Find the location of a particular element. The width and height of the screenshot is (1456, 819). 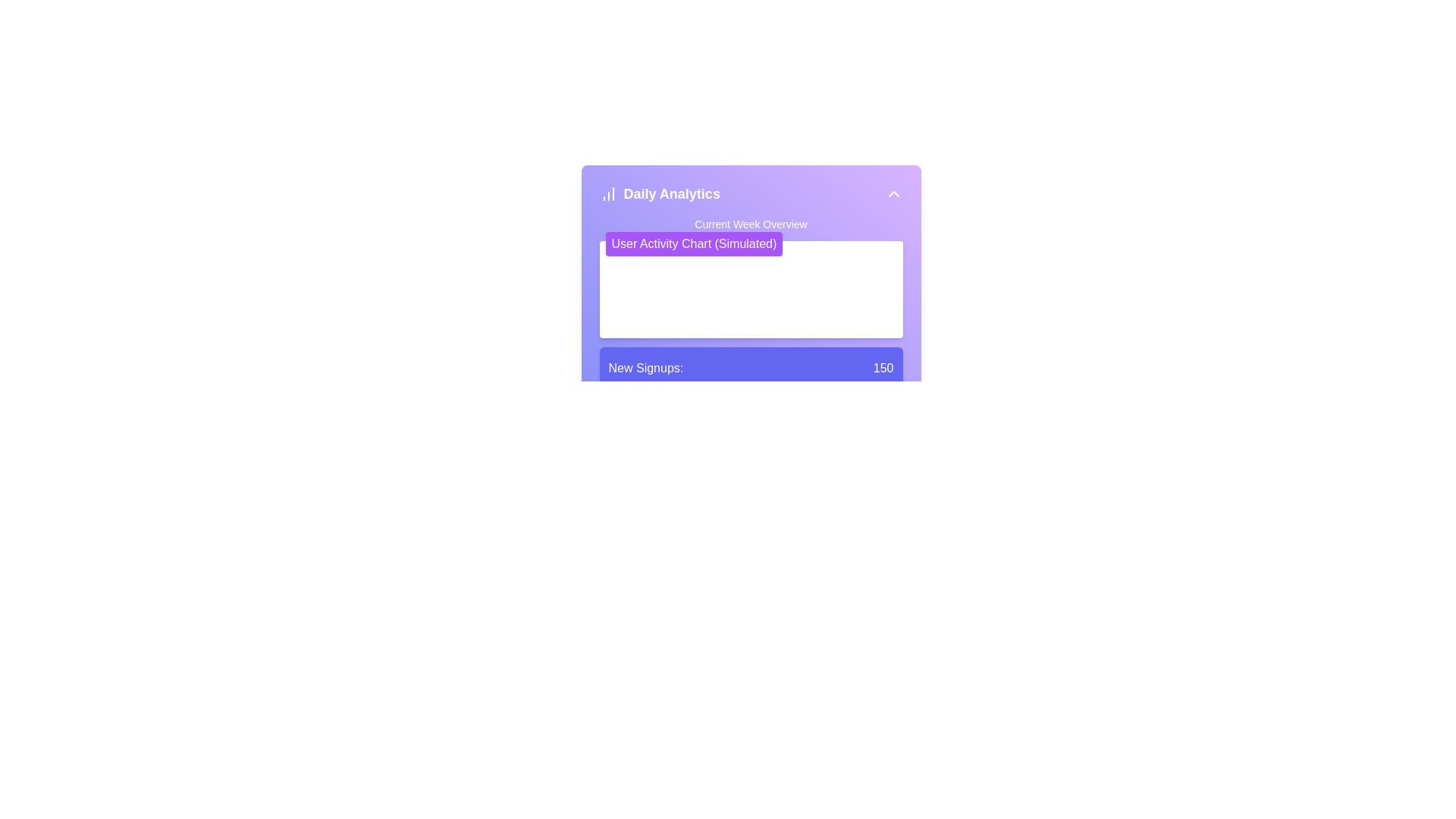

the upward-pointing chevron button on the light purple background located in the top-right corner of the 'Daily Analytics' section is located at coordinates (893, 193).